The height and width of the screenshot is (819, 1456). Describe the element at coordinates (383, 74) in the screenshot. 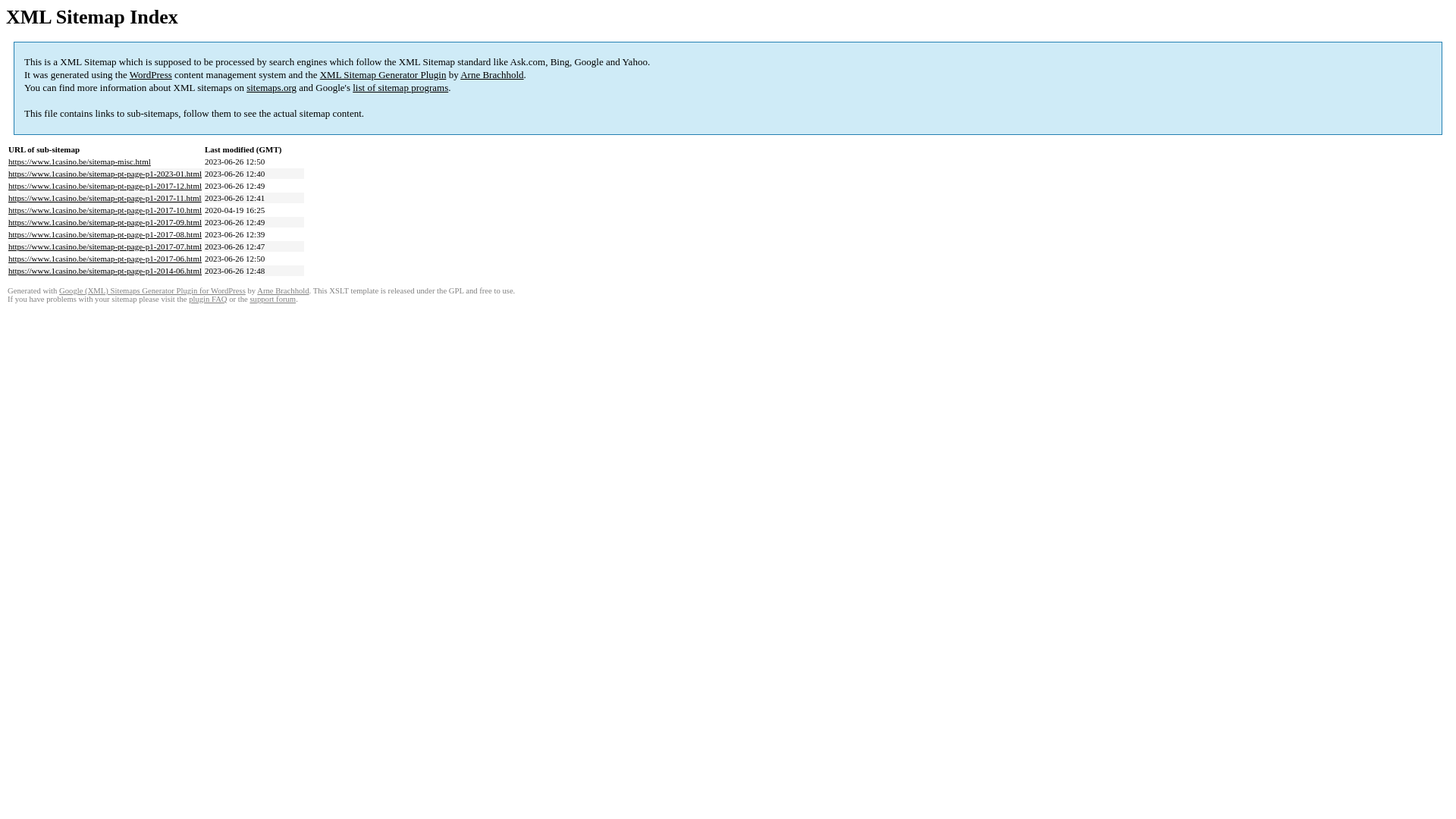

I see `'XML Sitemap Generator Plugin'` at that location.